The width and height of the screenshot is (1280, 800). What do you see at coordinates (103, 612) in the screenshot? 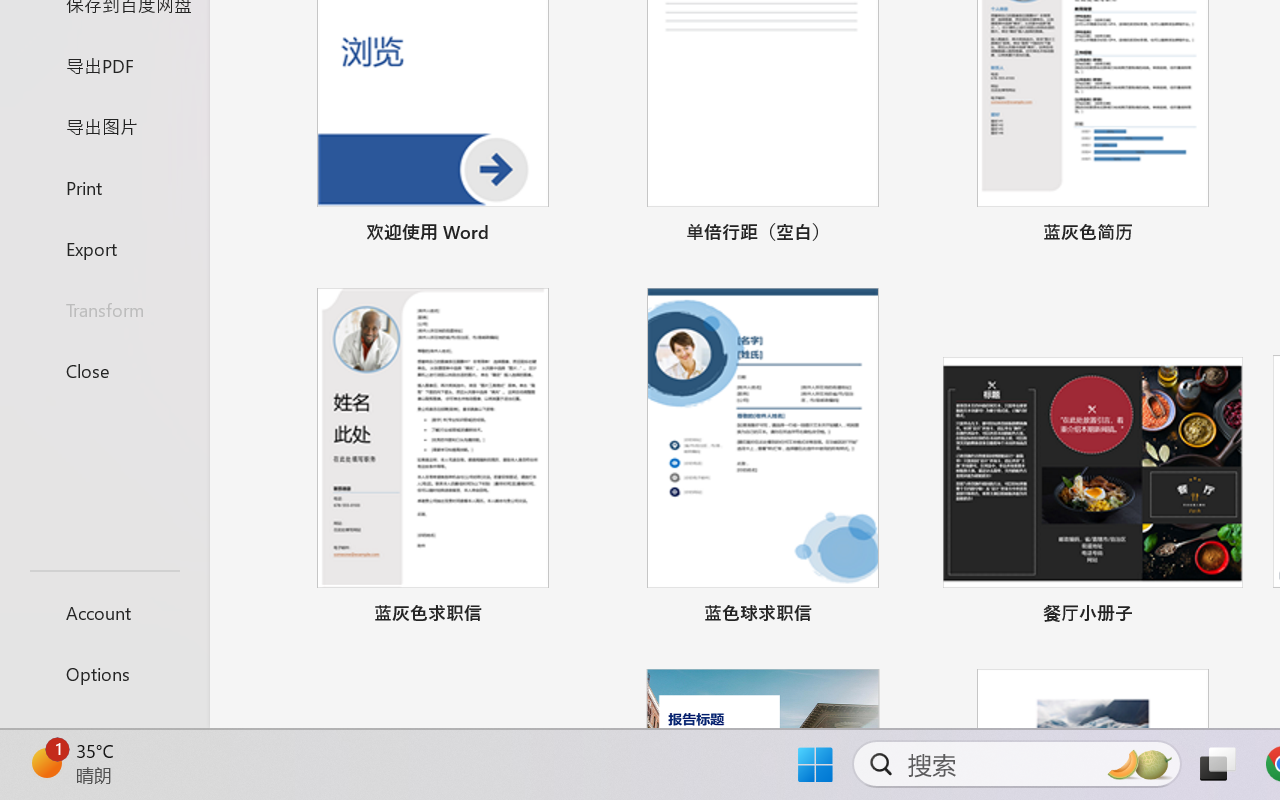
I see `'Account'` at bounding box center [103, 612].